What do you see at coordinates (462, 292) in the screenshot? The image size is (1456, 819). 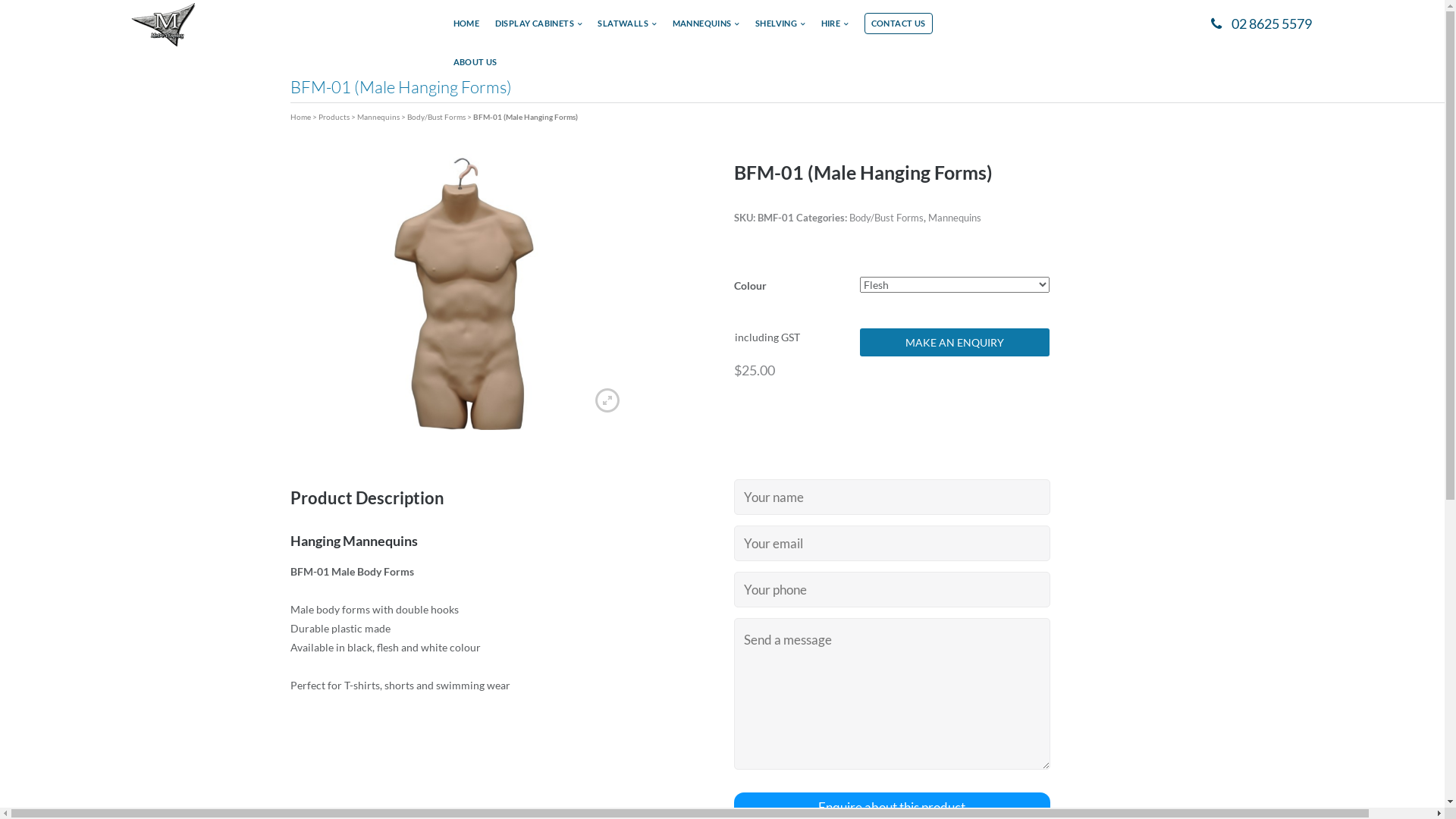 I see `'BFM-01s_Largejpg'` at bounding box center [462, 292].